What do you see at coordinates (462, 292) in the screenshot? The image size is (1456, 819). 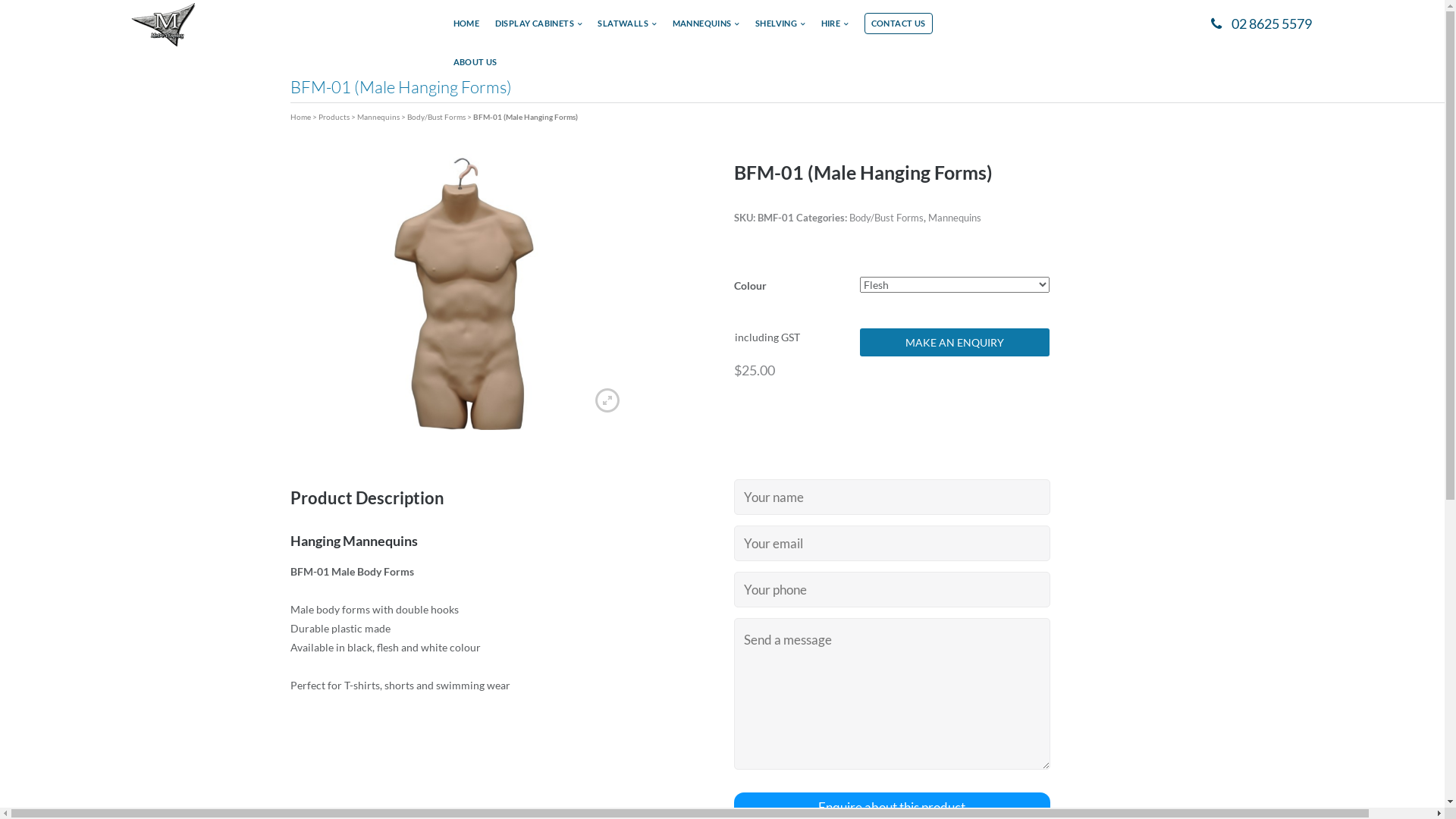 I see `'BFM-01s_Largejpg'` at bounding box center [462, 292].